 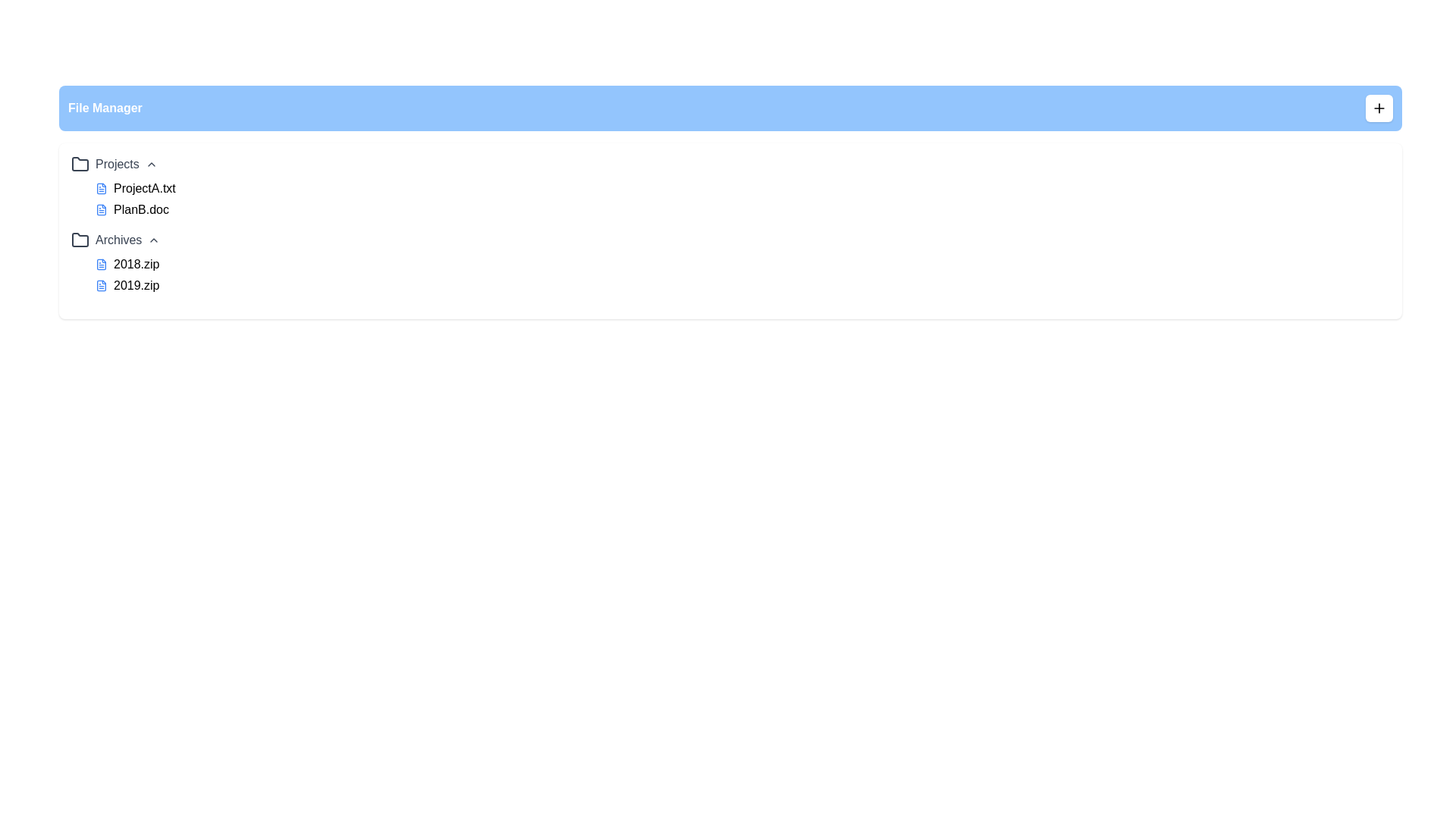 I want to click on the 'Projects' text label in the file manager, so click(x=116, y=164).